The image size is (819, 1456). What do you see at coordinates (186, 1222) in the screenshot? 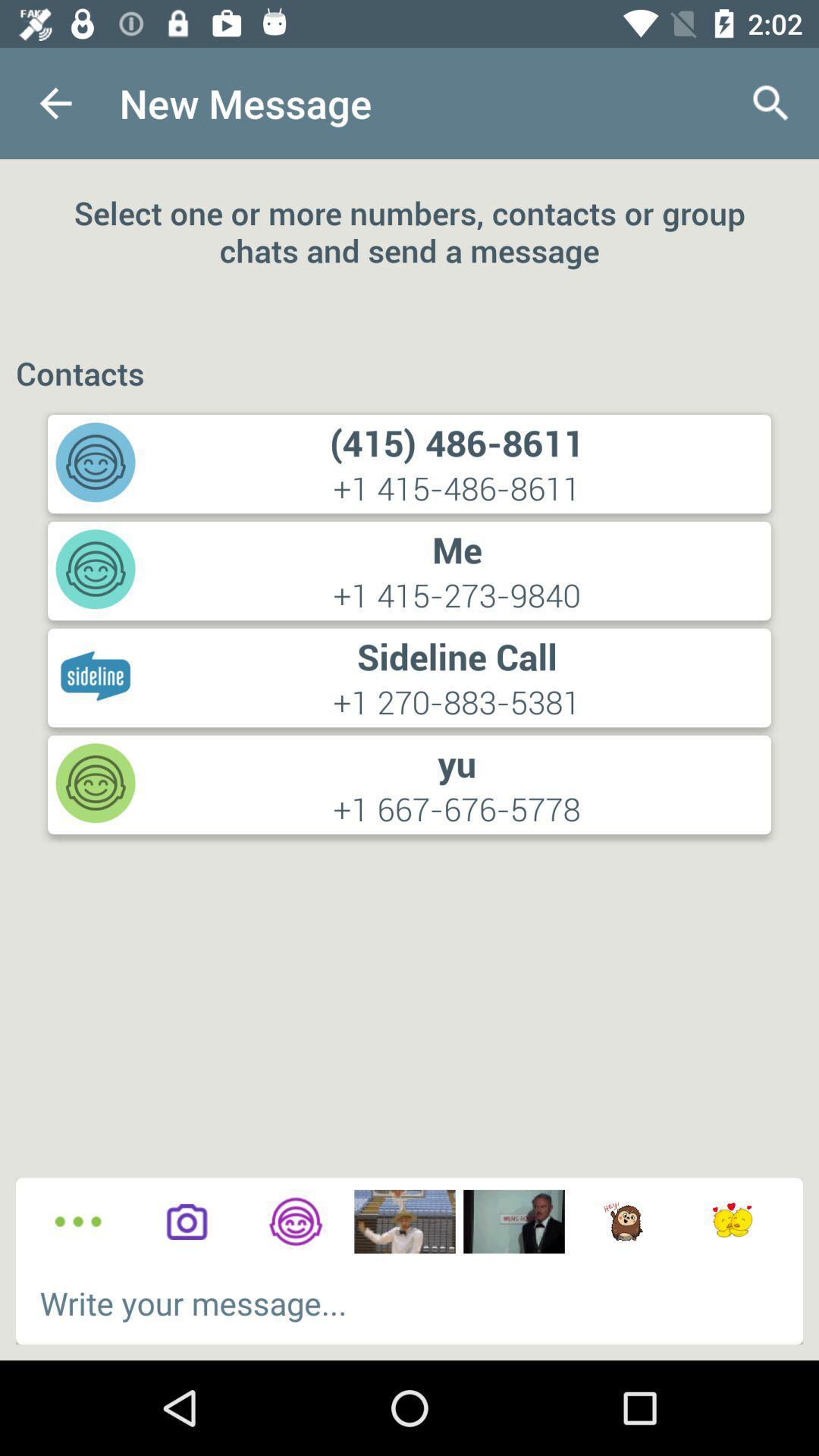
I see `take or upload a photograph` at bounding box center [186, 1222].